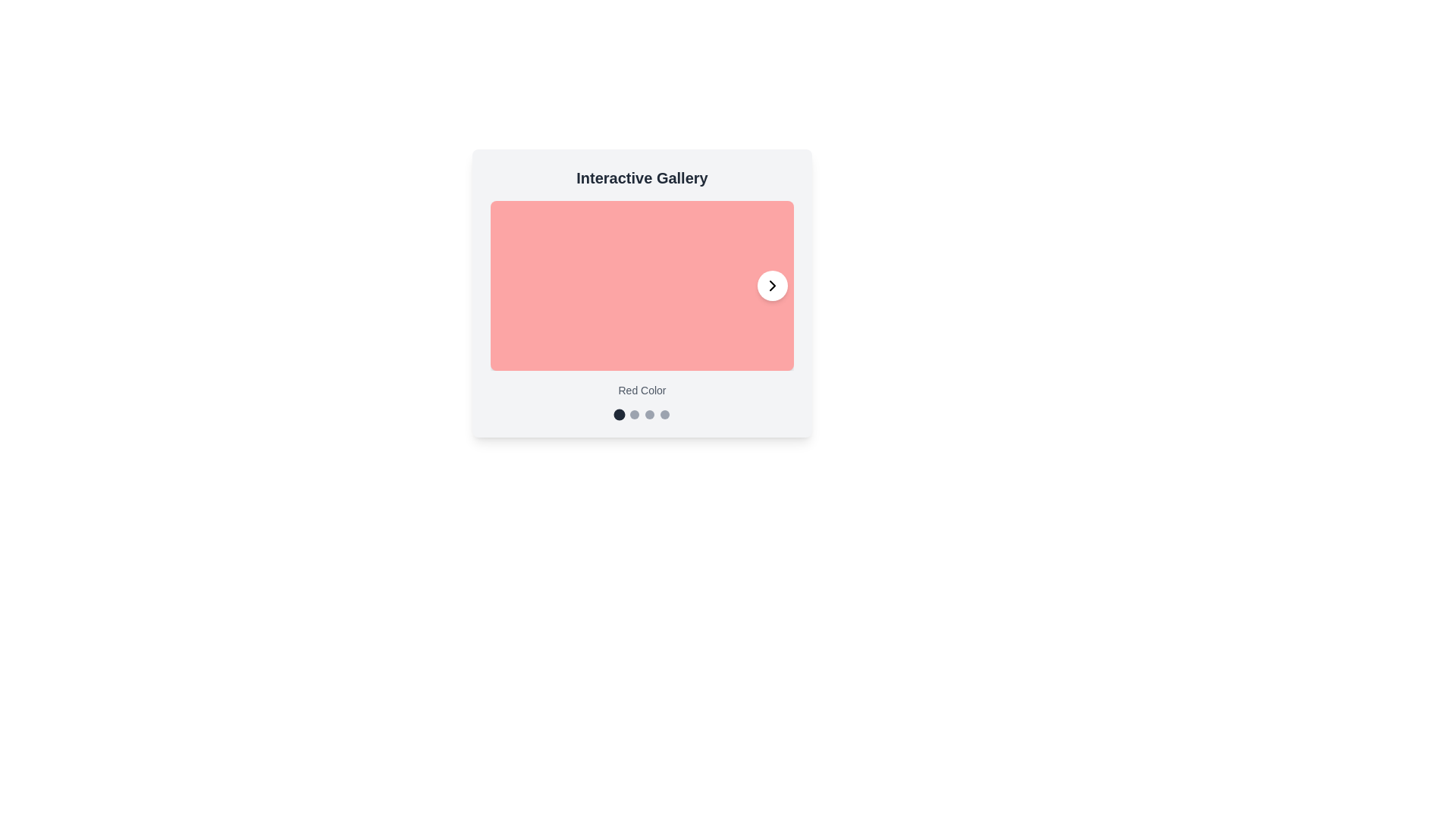 Image resolution: width=1456 pixels, height=819 pixels. I want to click on the second dot button in the horizontal row below the rectangular image to change its color, so click(634, 415).